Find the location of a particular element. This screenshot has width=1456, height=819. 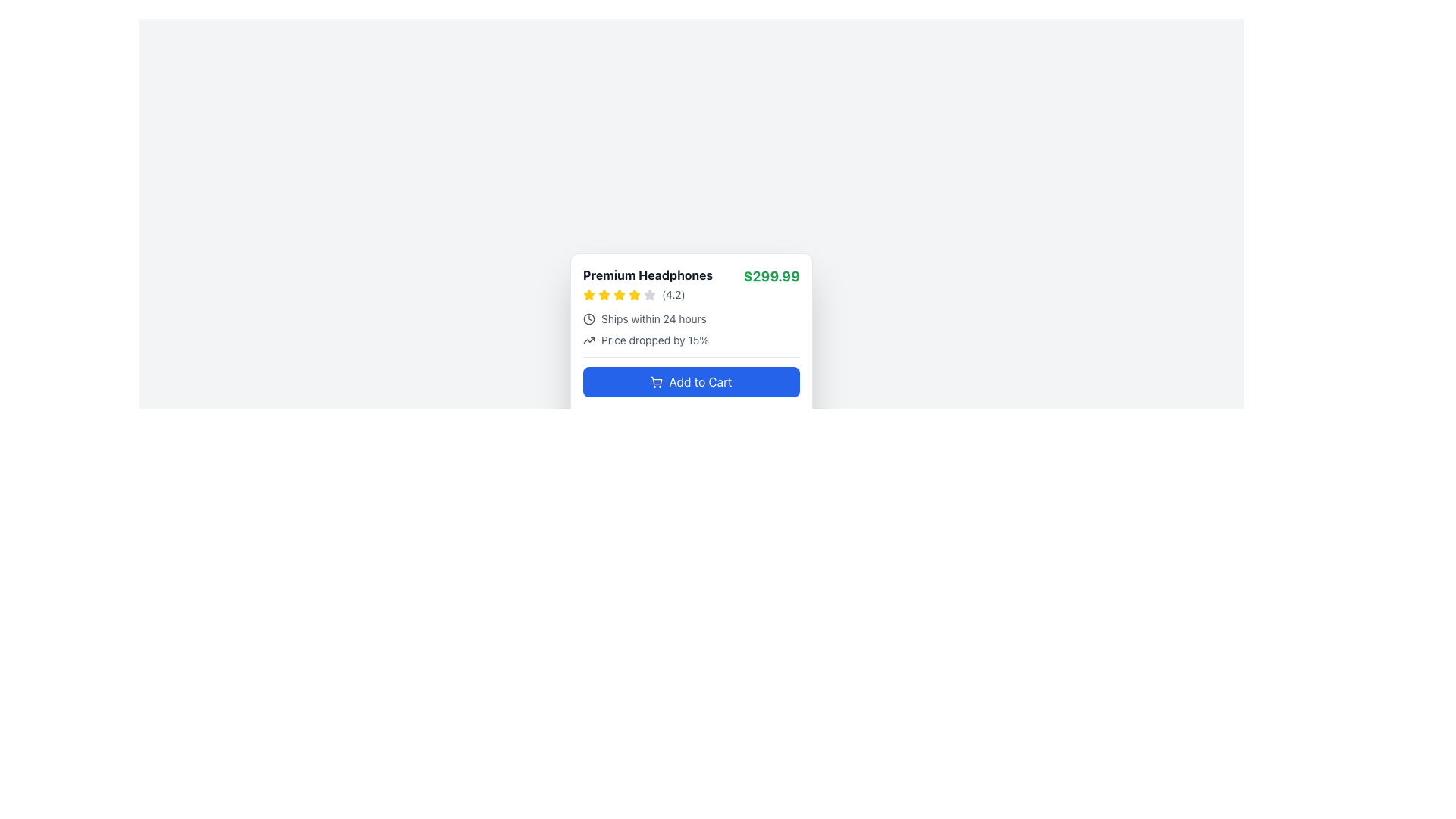

the informational text element that provides details about the product's shipping time and recent price change, located below the product title and price section, above the 'Add to Cart' button is located at coordinates (691, 329).